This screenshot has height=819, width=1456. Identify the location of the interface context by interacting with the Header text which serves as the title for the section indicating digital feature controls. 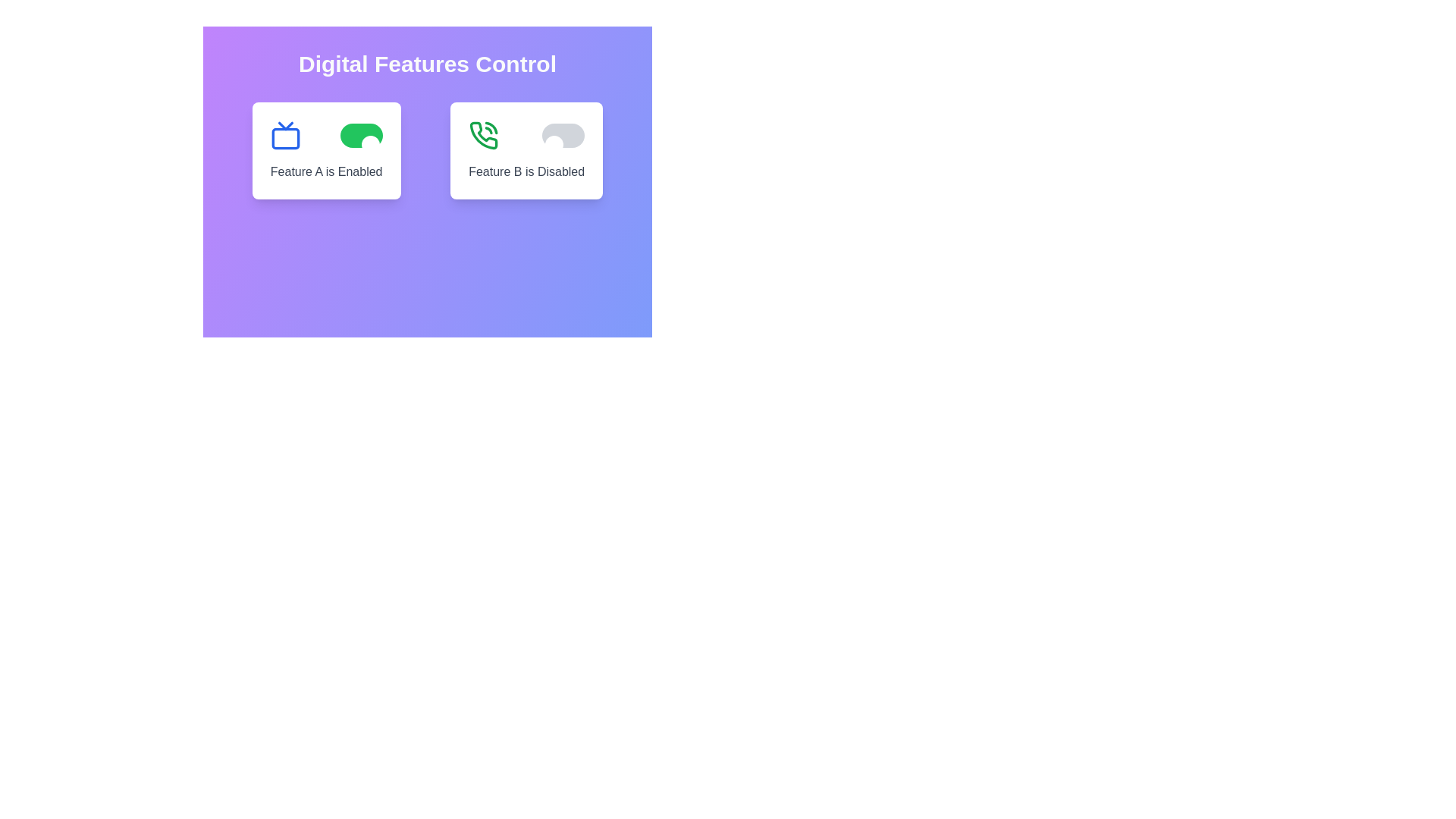
(427, 63).